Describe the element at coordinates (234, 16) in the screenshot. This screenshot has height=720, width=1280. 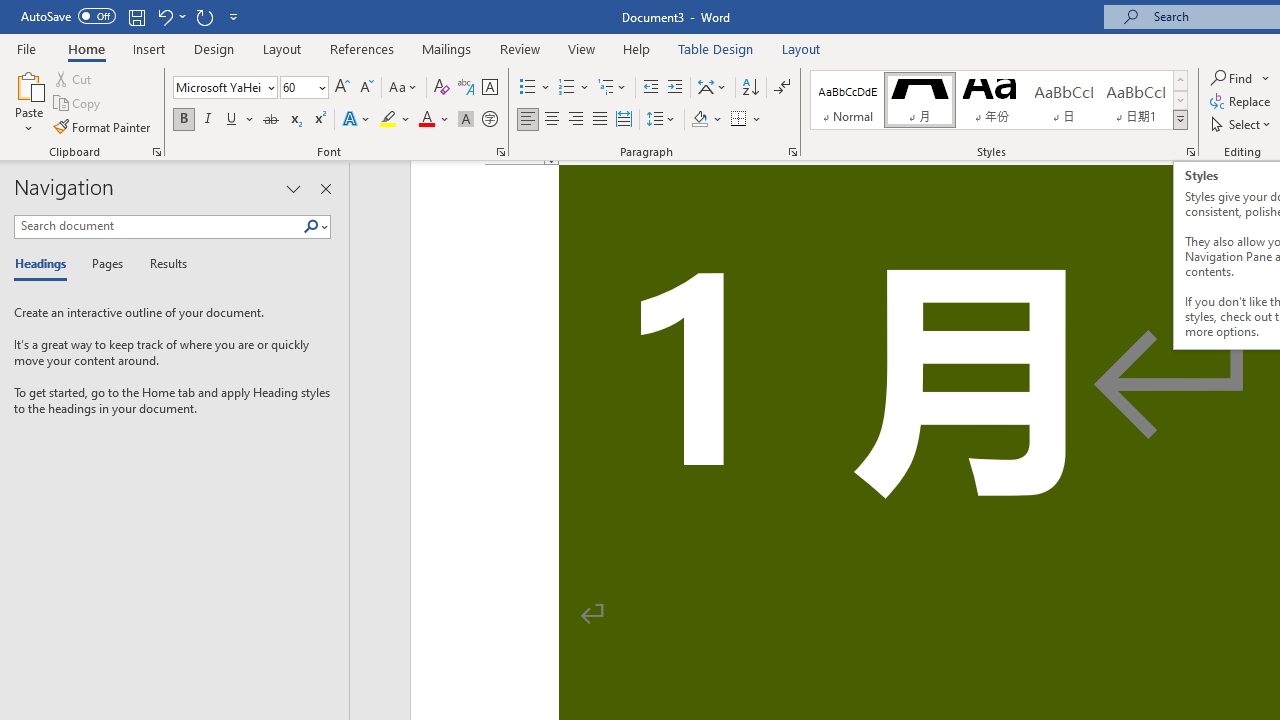
I see `'Customize Quick Access Toolbar'` at that location.